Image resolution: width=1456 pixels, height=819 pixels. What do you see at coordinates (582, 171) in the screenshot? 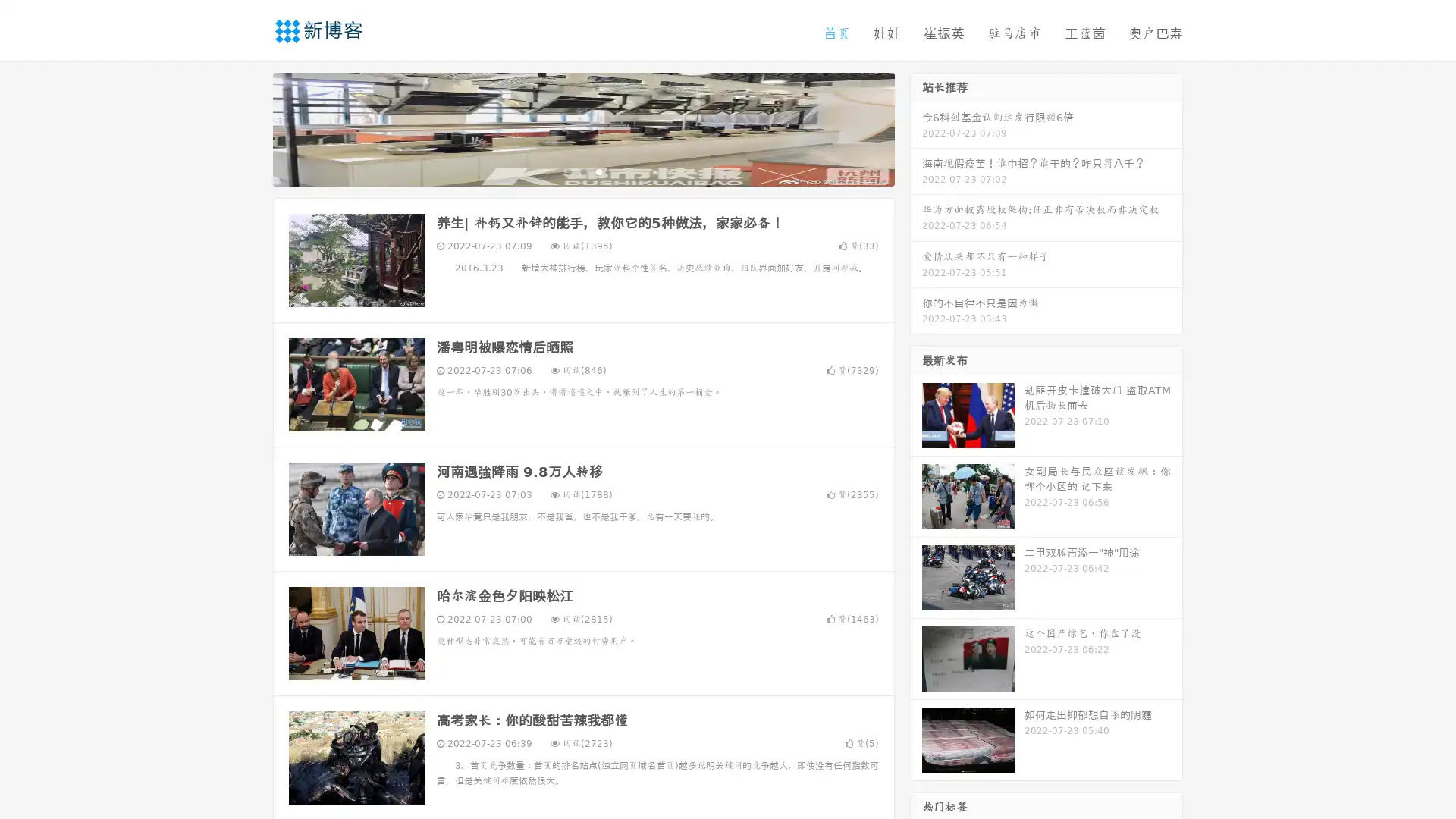
I see `Go to slide 2` at bounding box center [582, 171].